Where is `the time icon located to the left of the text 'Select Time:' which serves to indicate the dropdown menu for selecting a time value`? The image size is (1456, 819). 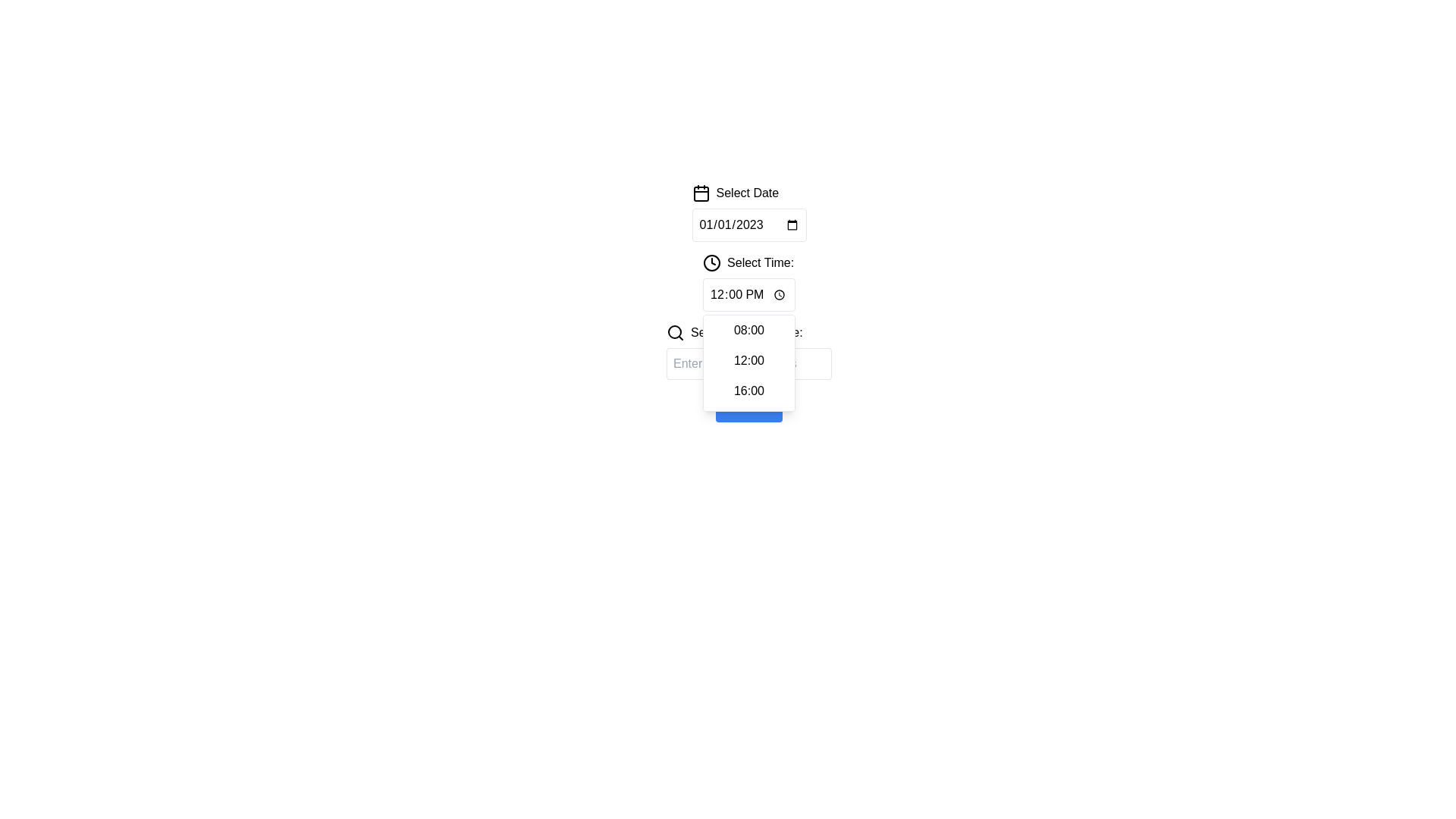
the time icon located to the left of the text 'Select Time:' which serves to indicate the dropdown menu for selecting a time value is located at coordinates (711, 262).